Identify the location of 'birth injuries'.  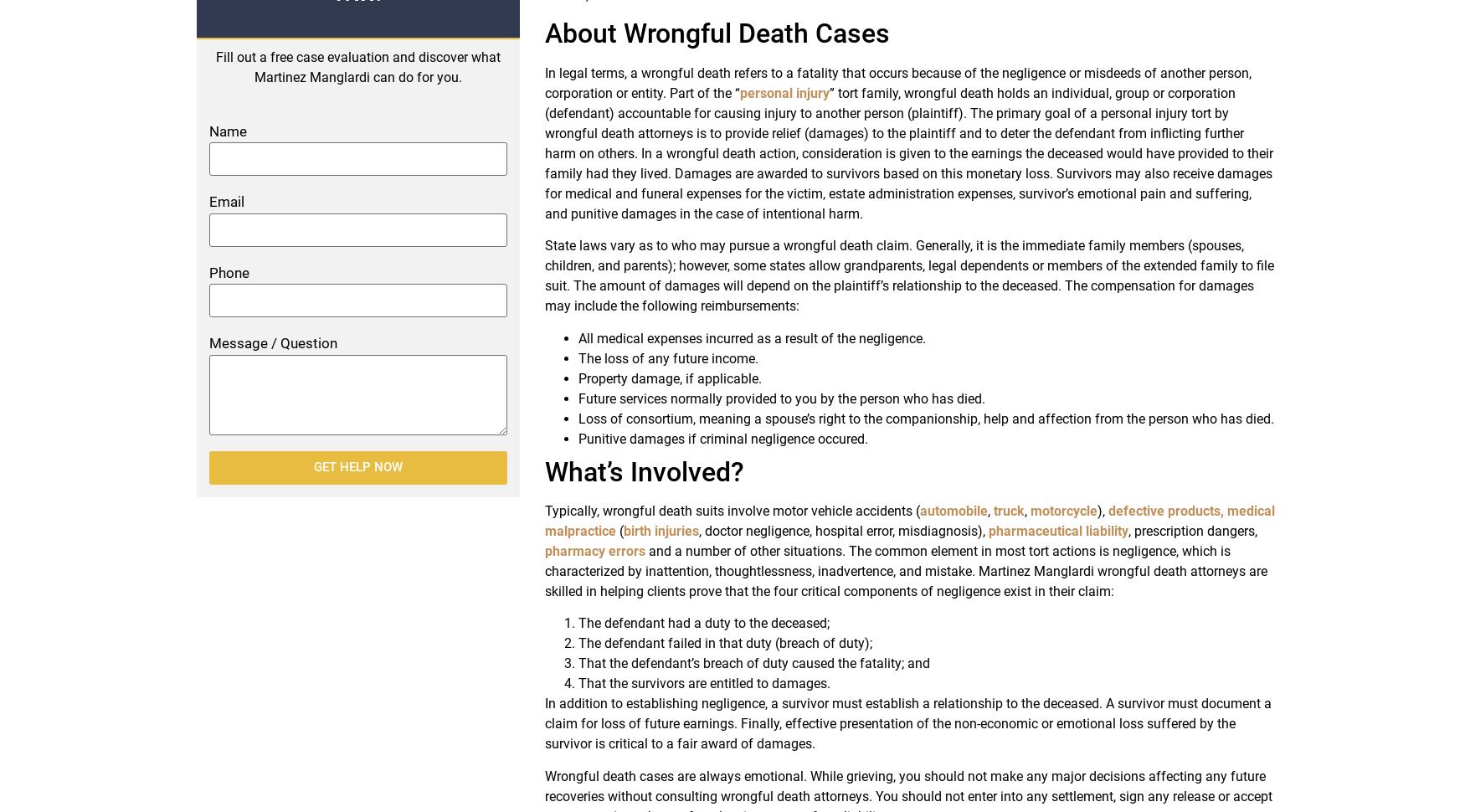
(660, 529).